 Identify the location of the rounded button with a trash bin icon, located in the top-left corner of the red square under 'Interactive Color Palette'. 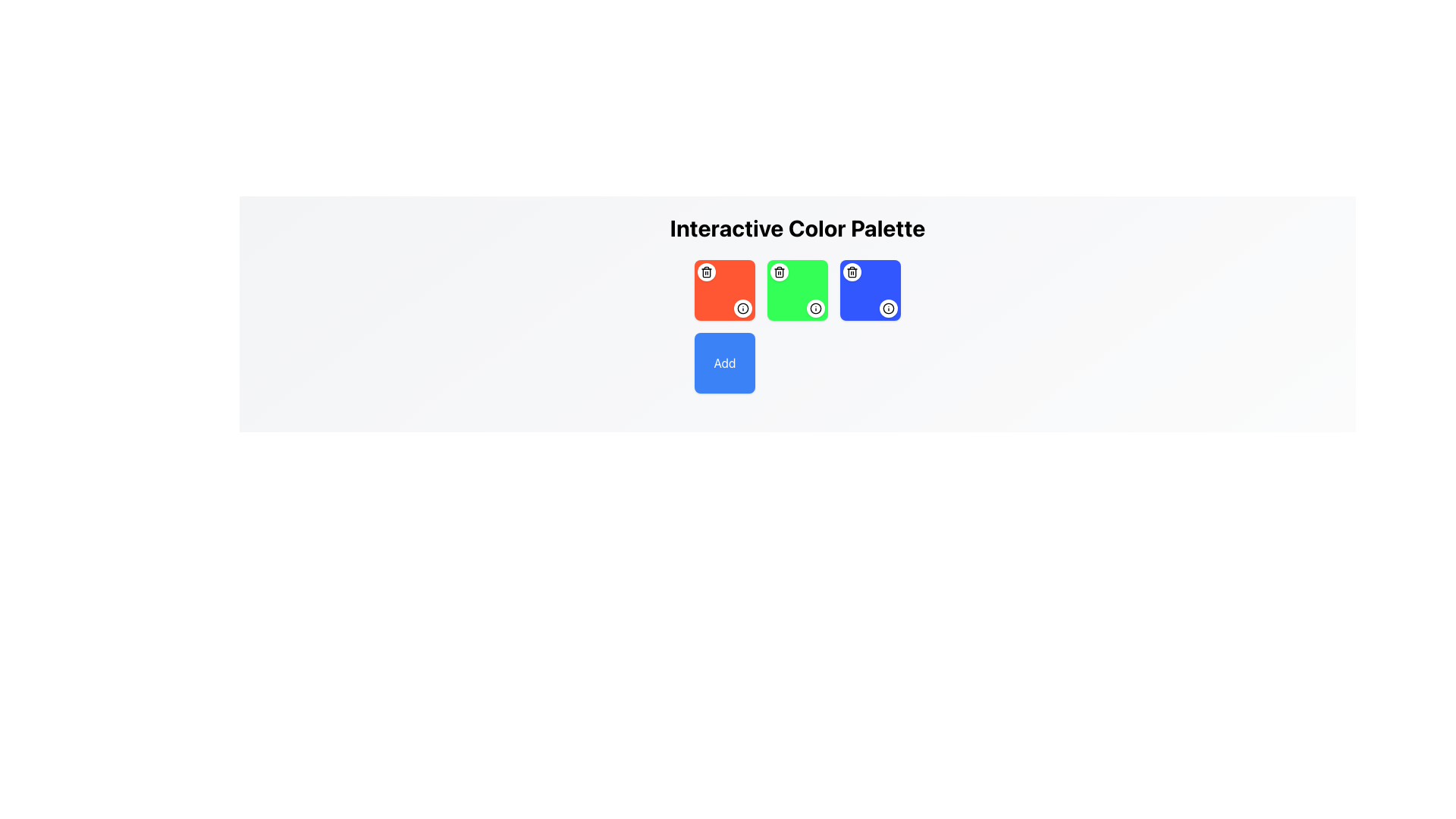
(705, 271).